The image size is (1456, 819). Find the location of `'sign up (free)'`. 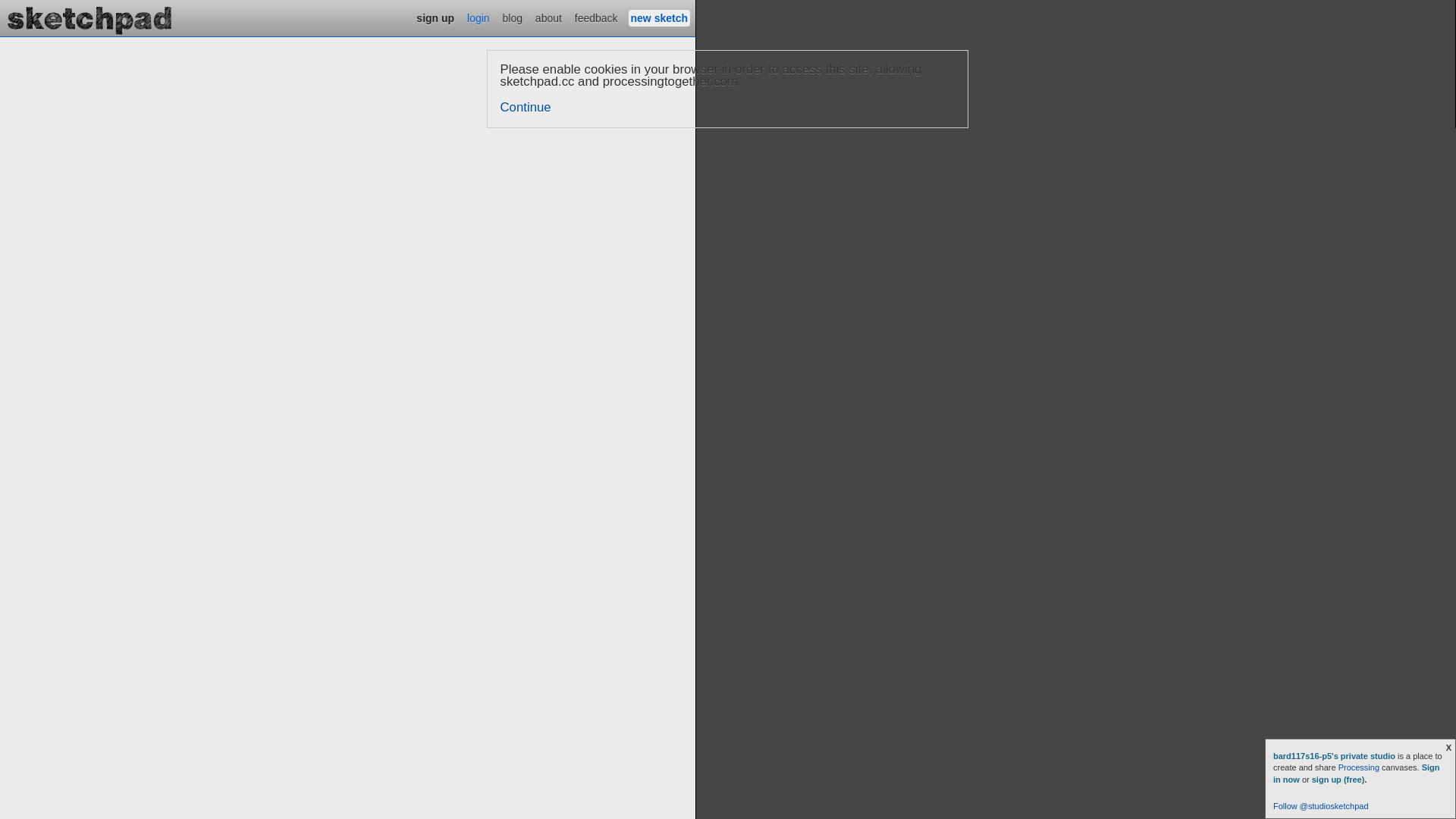

'sign up (free)' is located at coordinates (1338, 780).